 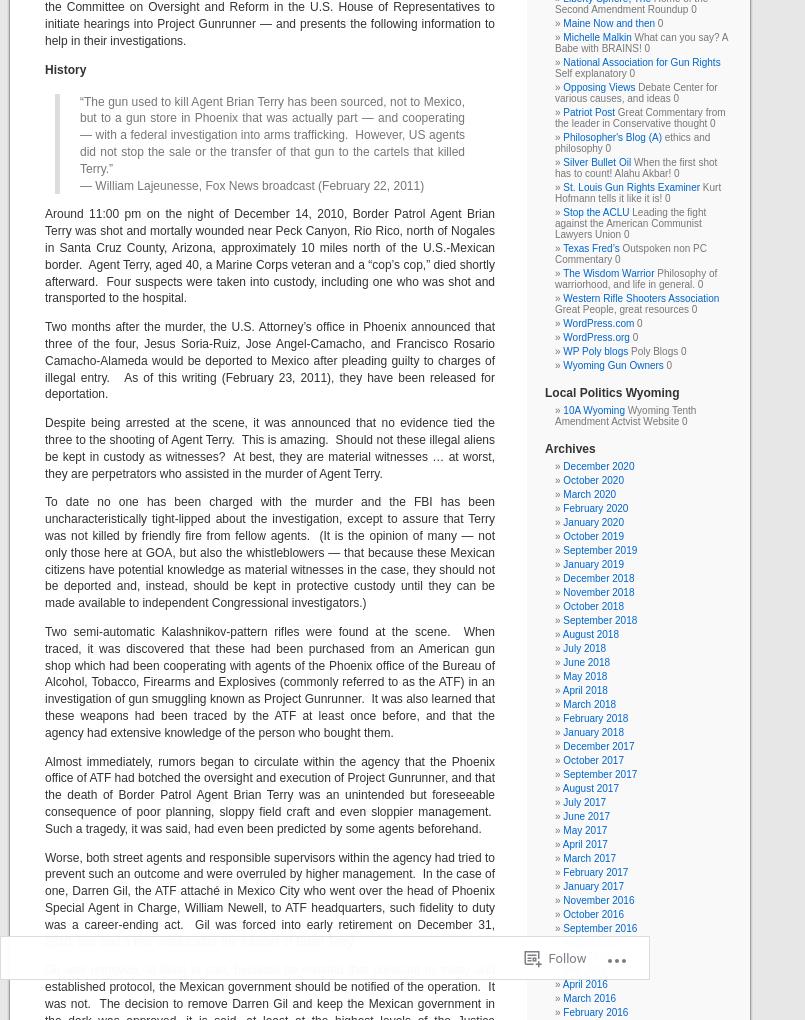 What do you see at coordinates (589, 494) in the screenshot?
I see `'March 2020'` at bounding box center [589, 494].